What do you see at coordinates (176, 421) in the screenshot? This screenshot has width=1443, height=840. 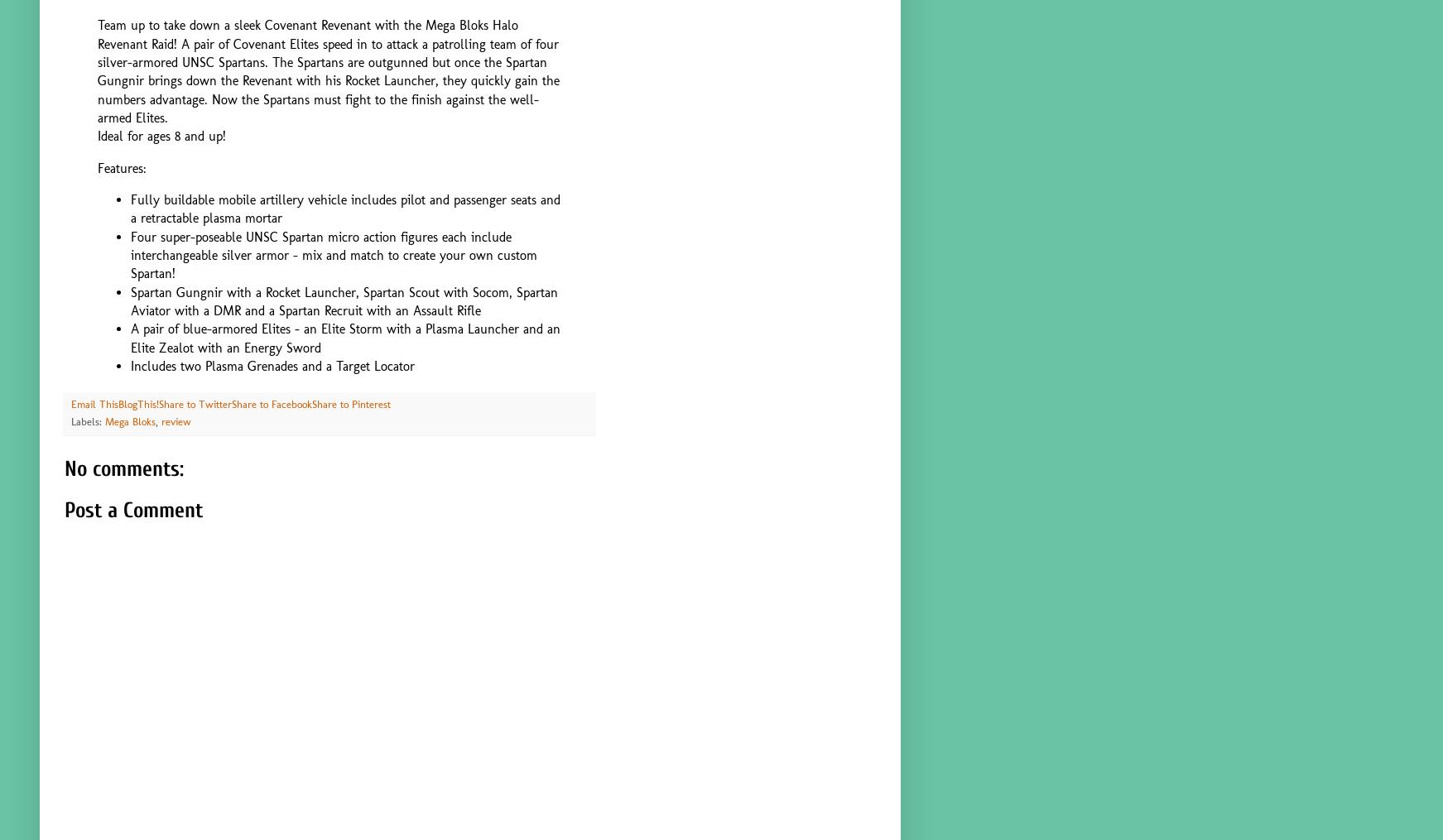 I see `'review'` at bounding box center [176, 421].